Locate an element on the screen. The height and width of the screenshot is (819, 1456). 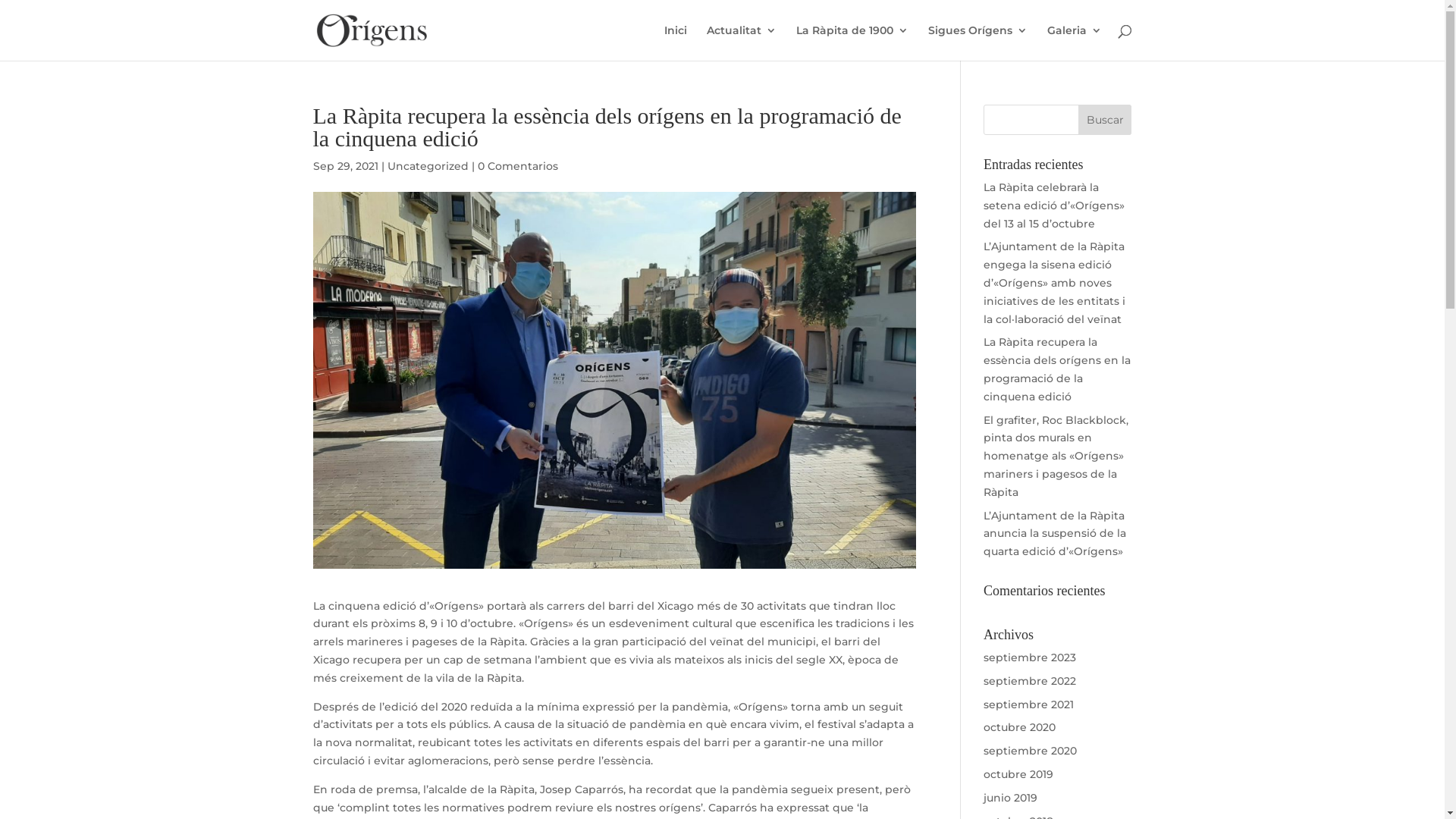
'septiembre 2023' is located at coordinates (1030, 657).